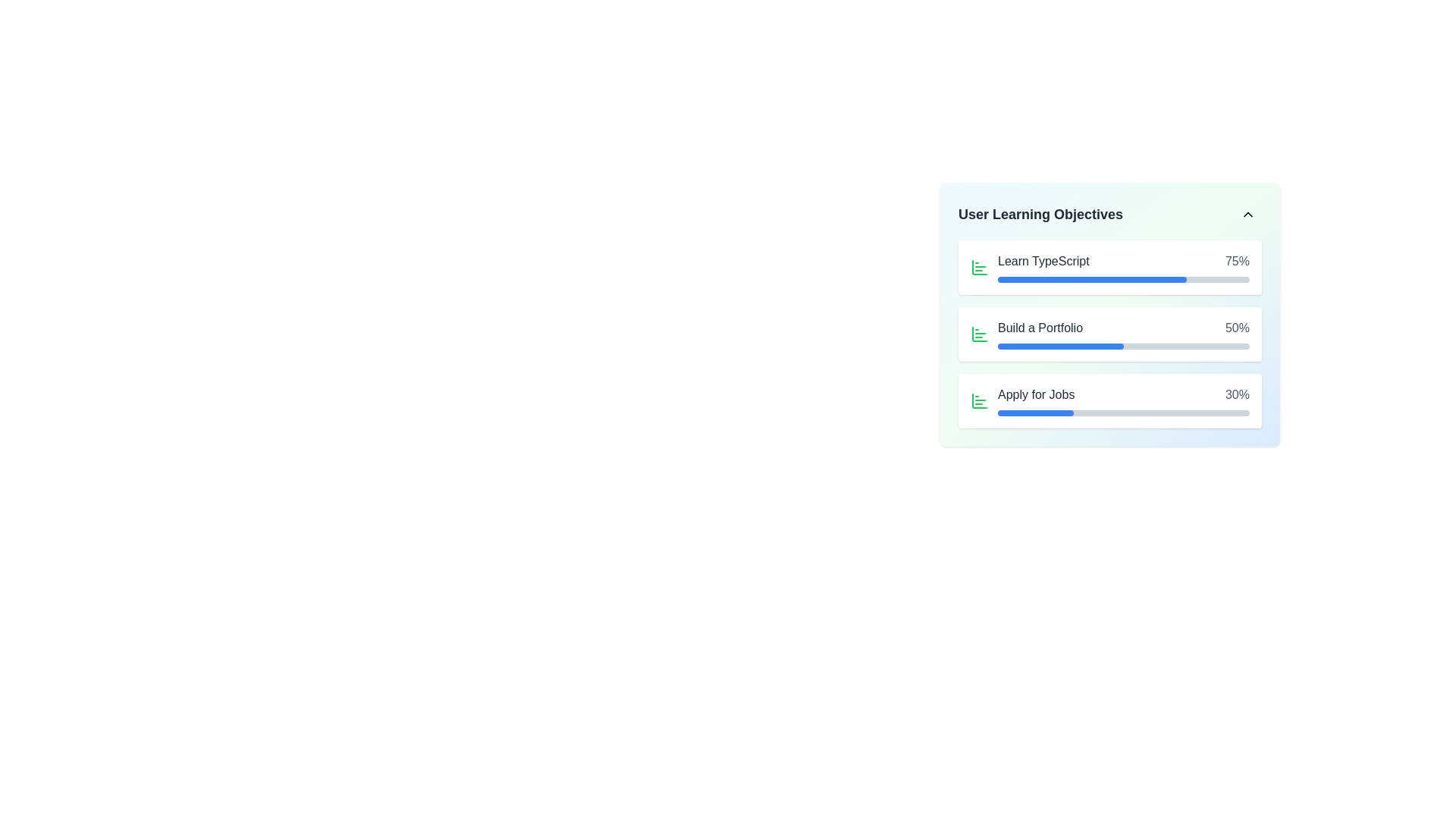 This screenshot has height=819, width=1456. I want to click on the text label displaying '75%' in gray font, so click(1238, 260).